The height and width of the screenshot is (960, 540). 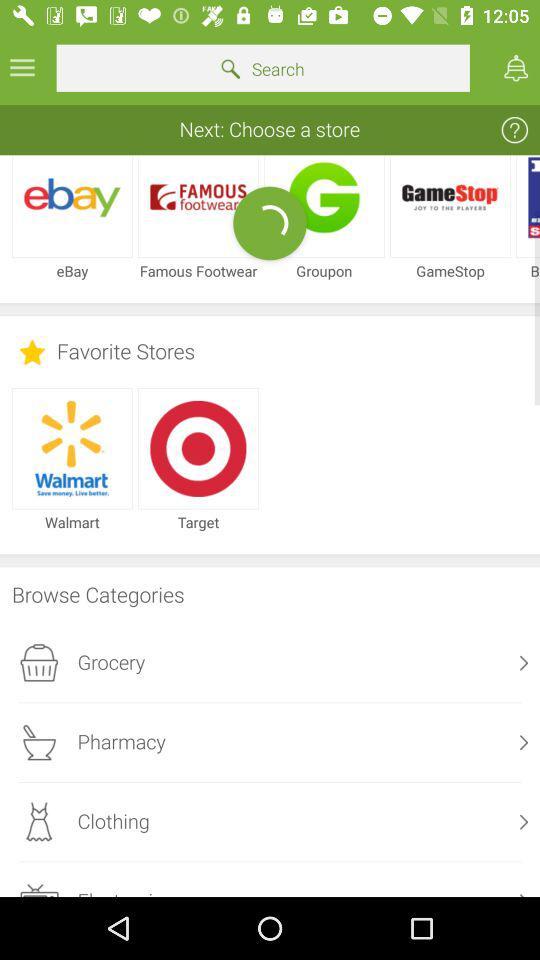 I want to click on the last icon of the page, so click(x=39, y=888).